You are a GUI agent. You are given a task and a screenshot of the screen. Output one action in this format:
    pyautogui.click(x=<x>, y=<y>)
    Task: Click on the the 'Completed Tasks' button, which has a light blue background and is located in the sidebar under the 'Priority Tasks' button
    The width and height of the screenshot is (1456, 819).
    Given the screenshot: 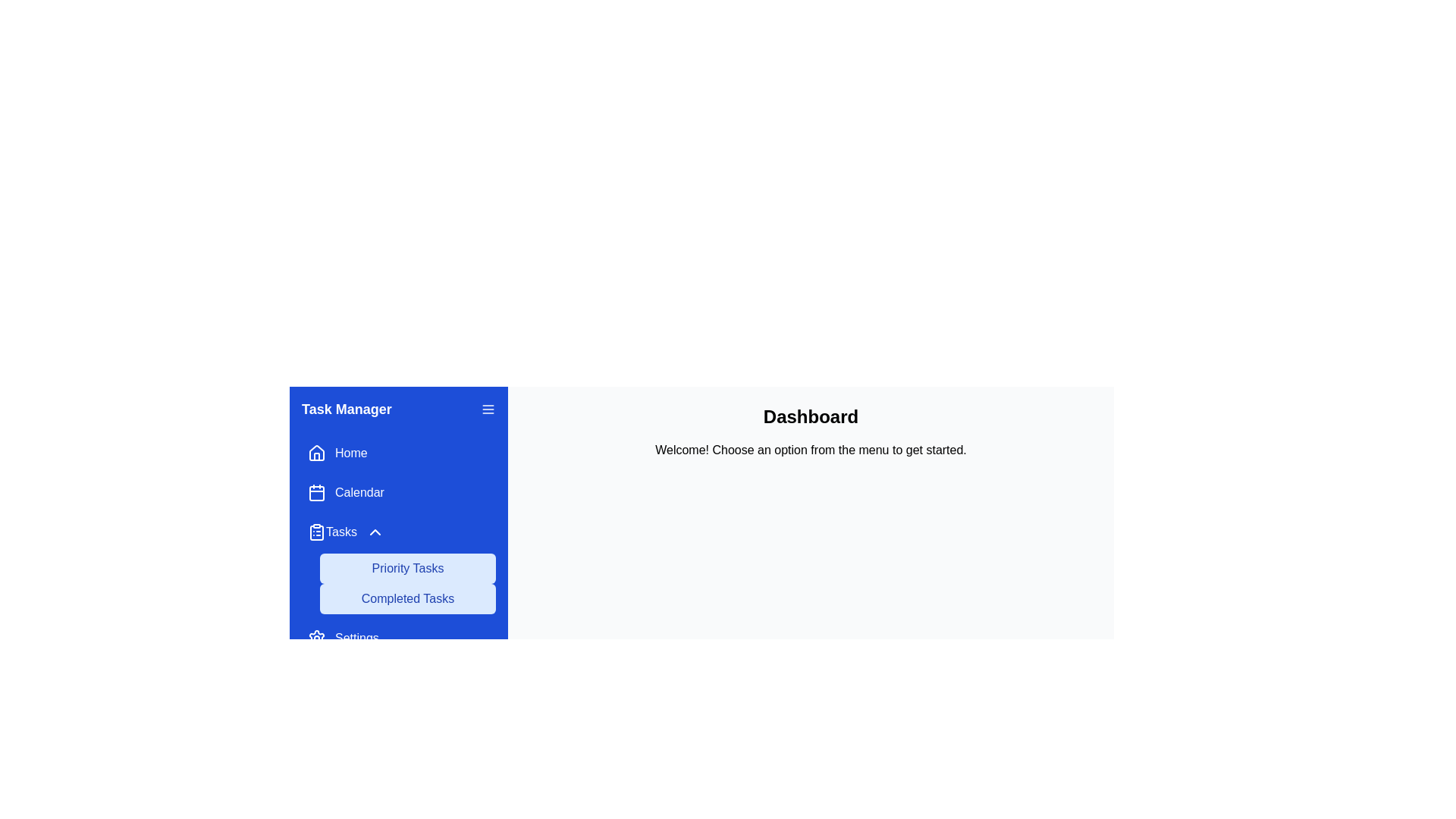 What is the action you would take?
    pyautogui.click(x=407, y=598)
    